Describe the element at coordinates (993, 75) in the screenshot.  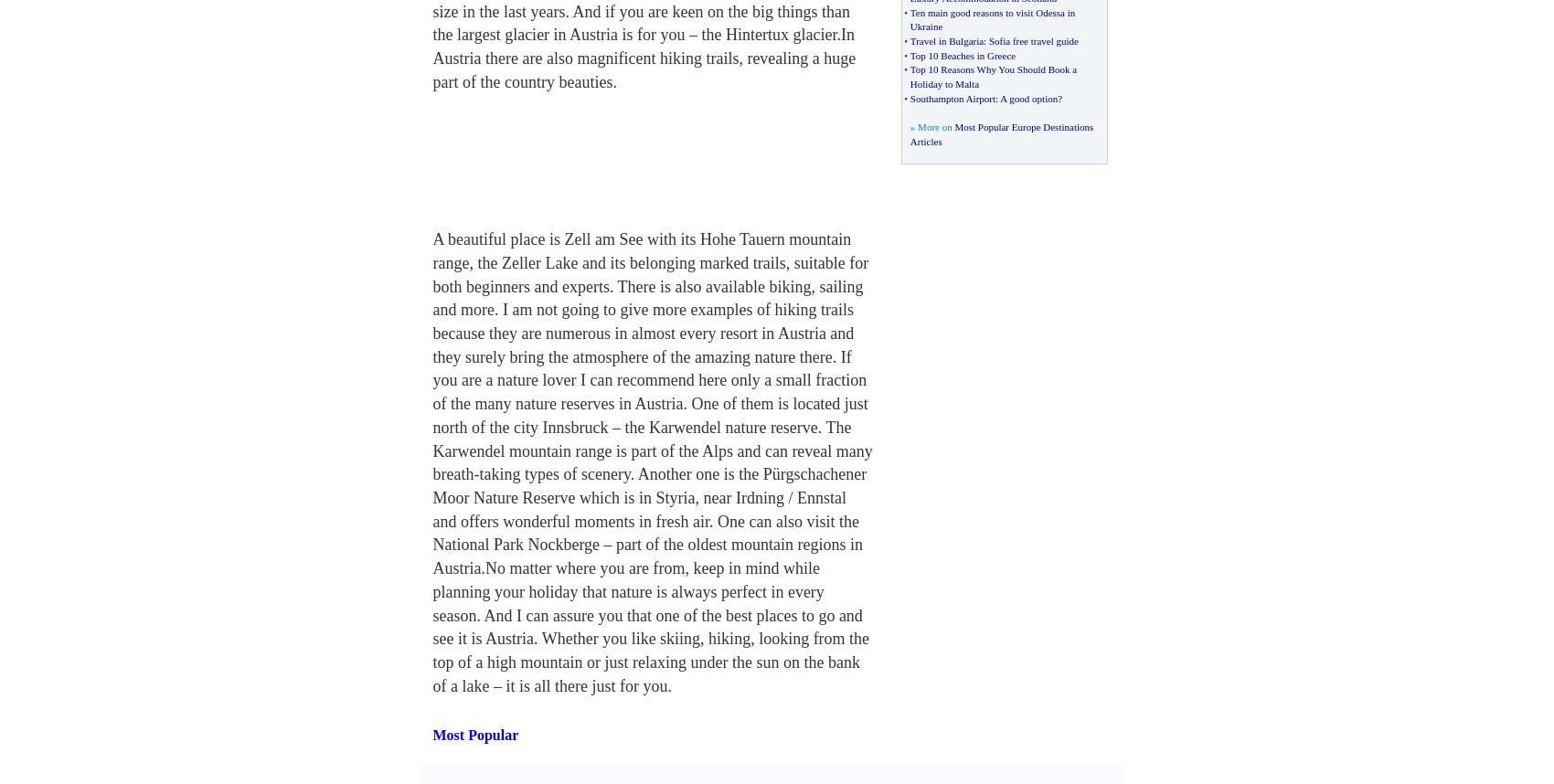
I see `'Top 10 Reasons Why You Should Book a Holiday to Malta'` at that location.